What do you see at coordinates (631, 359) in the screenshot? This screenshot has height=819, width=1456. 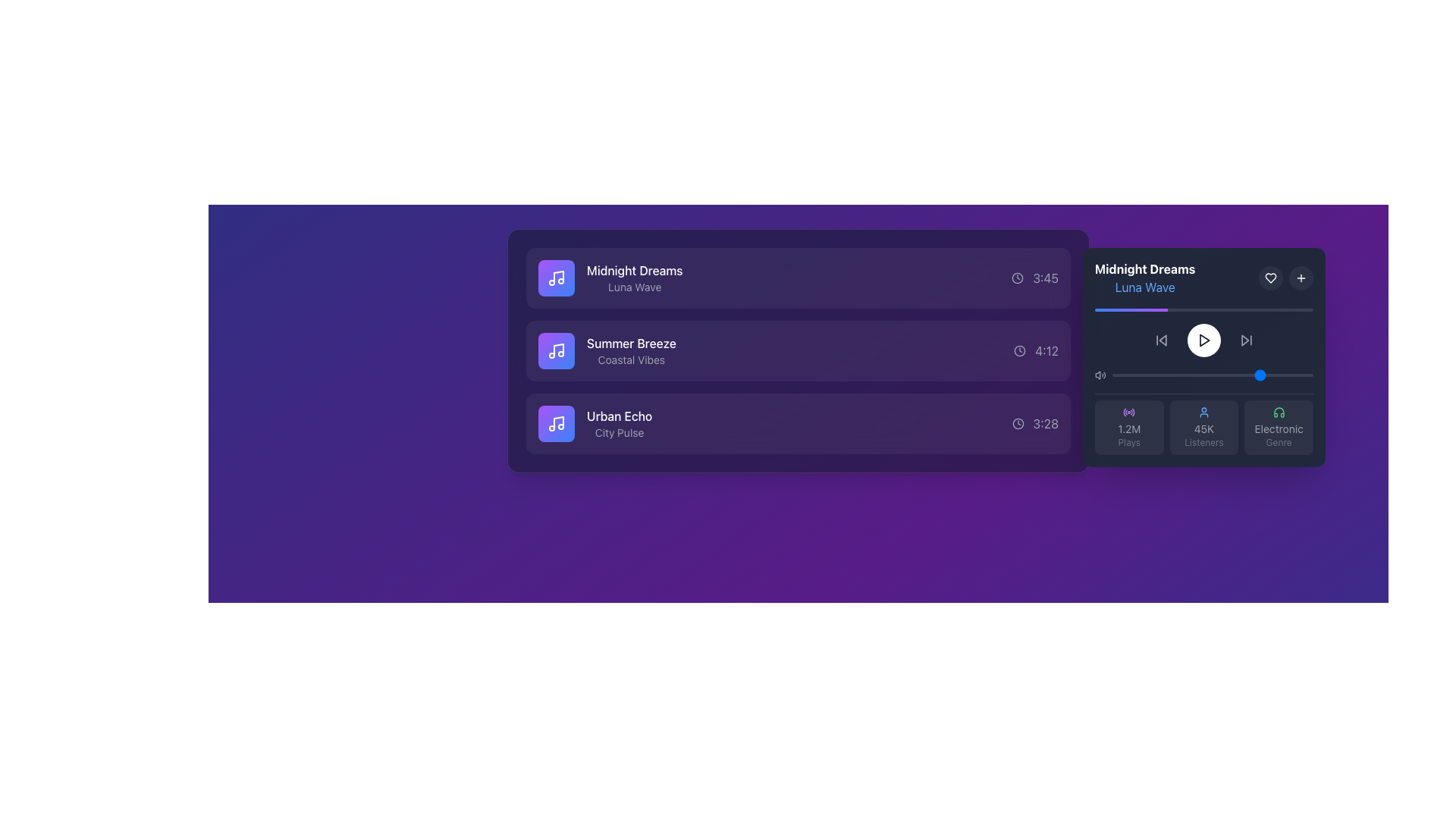 I see `the text label providing additional descriptive information for the music track 'Summer Breeze', located in the middle row of the list` at bounding box center [631, 359].